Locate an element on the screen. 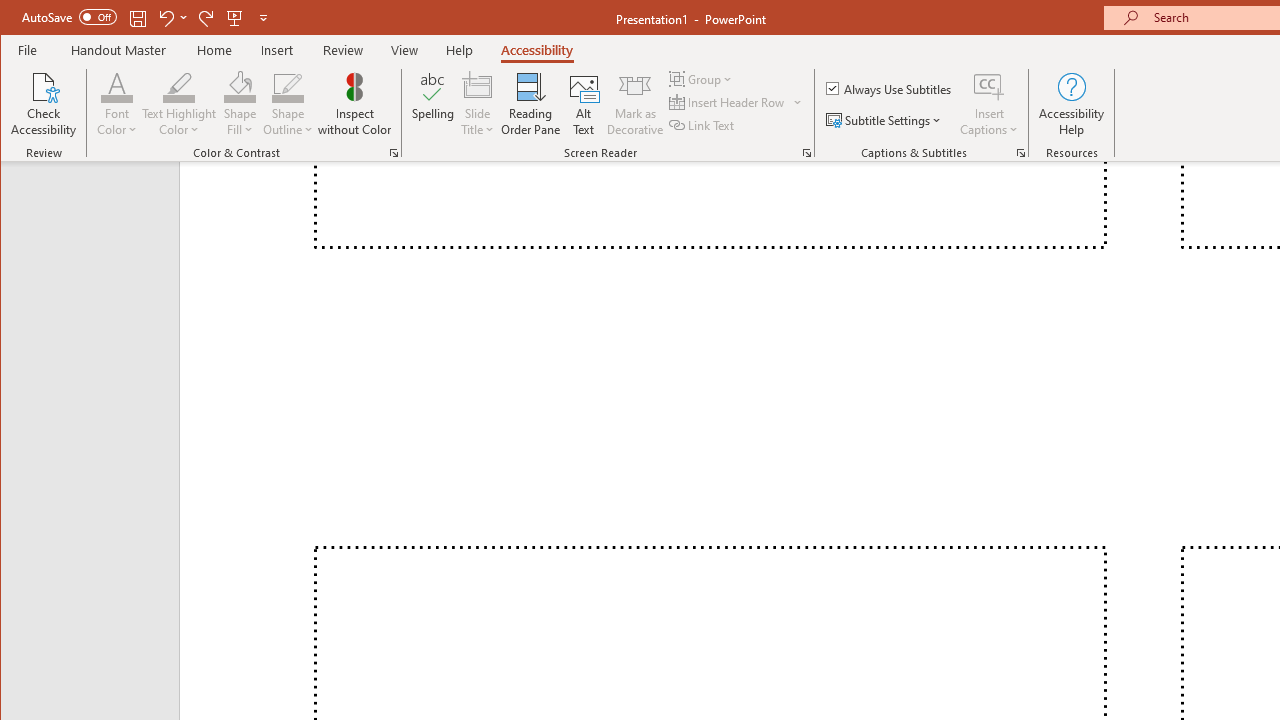 Image resolution: width=1280 pixels, height=720 pixels. 'Text Highlight Color' is located at coordinates (179, 104).